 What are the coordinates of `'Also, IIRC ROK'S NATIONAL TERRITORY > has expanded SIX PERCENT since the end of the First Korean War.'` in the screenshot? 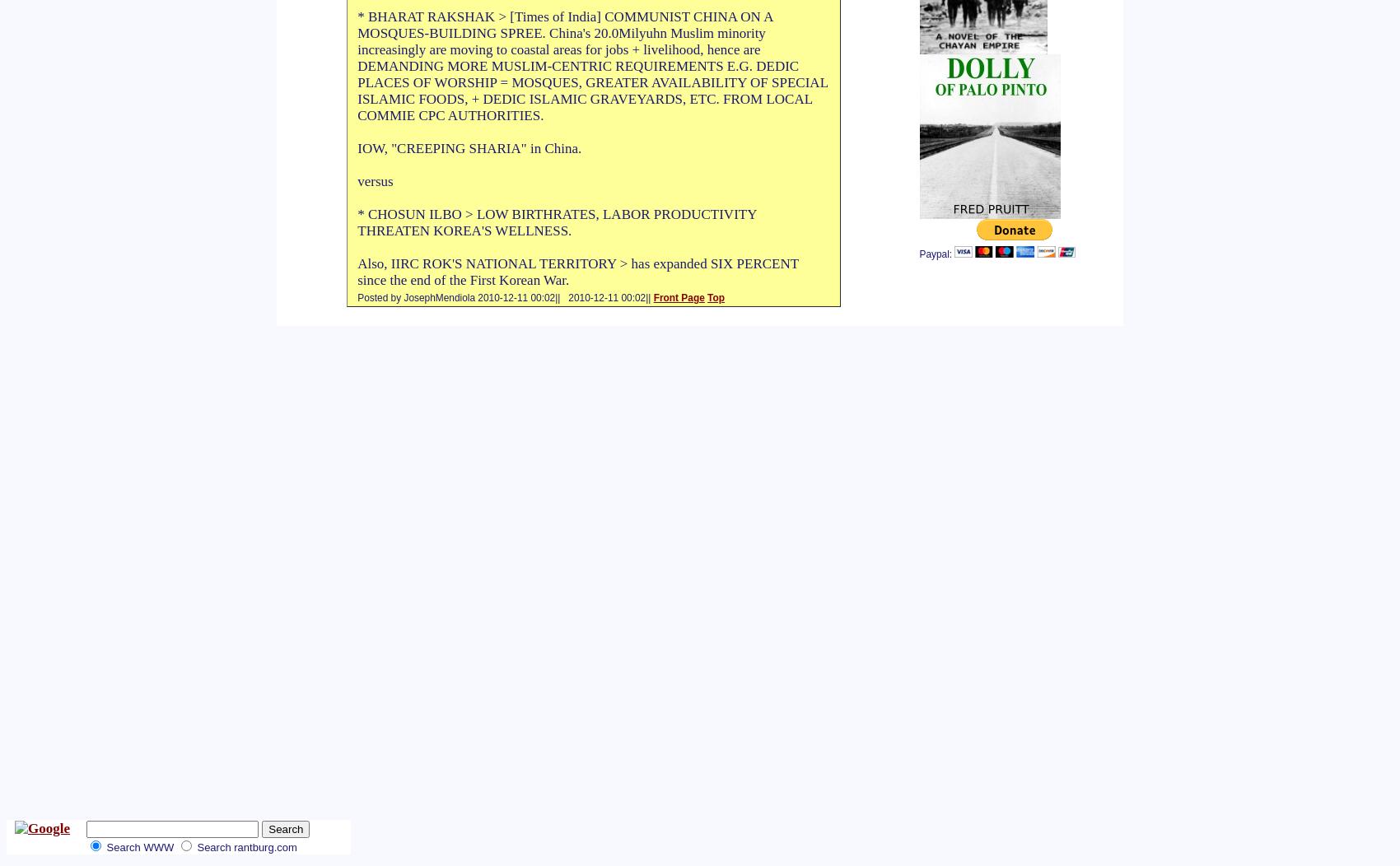 It's located at (577, 271).